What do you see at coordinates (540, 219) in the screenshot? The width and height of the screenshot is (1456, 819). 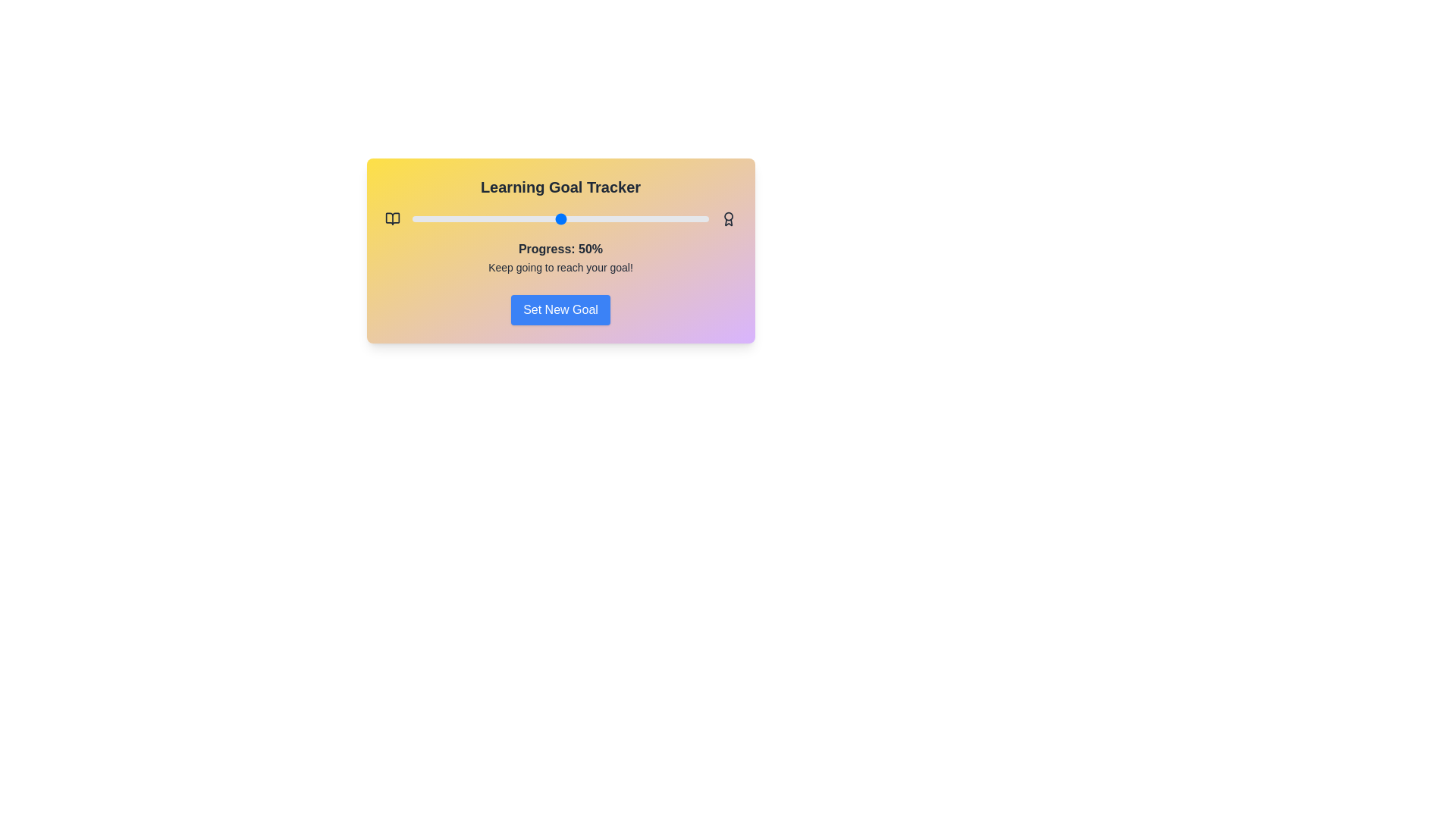 I see `the progress slider to 43%` at bounding box center [540, 219].